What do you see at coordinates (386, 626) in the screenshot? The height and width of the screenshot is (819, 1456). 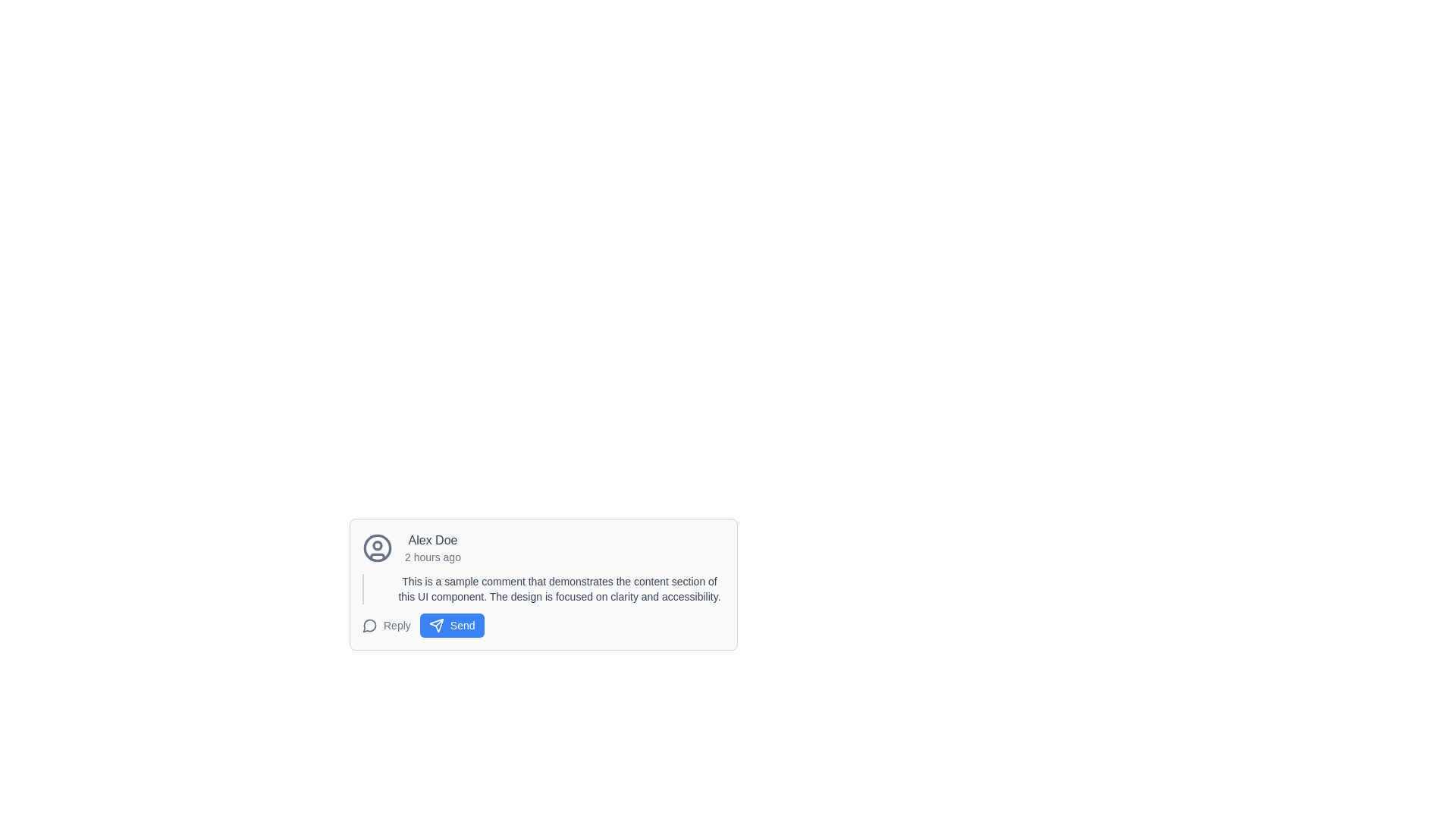 I see `the 'Reply' button, which is styled with a gray speech bubble icon and positioned to the left of the 'Send' button` at bounding box center [386, 626].